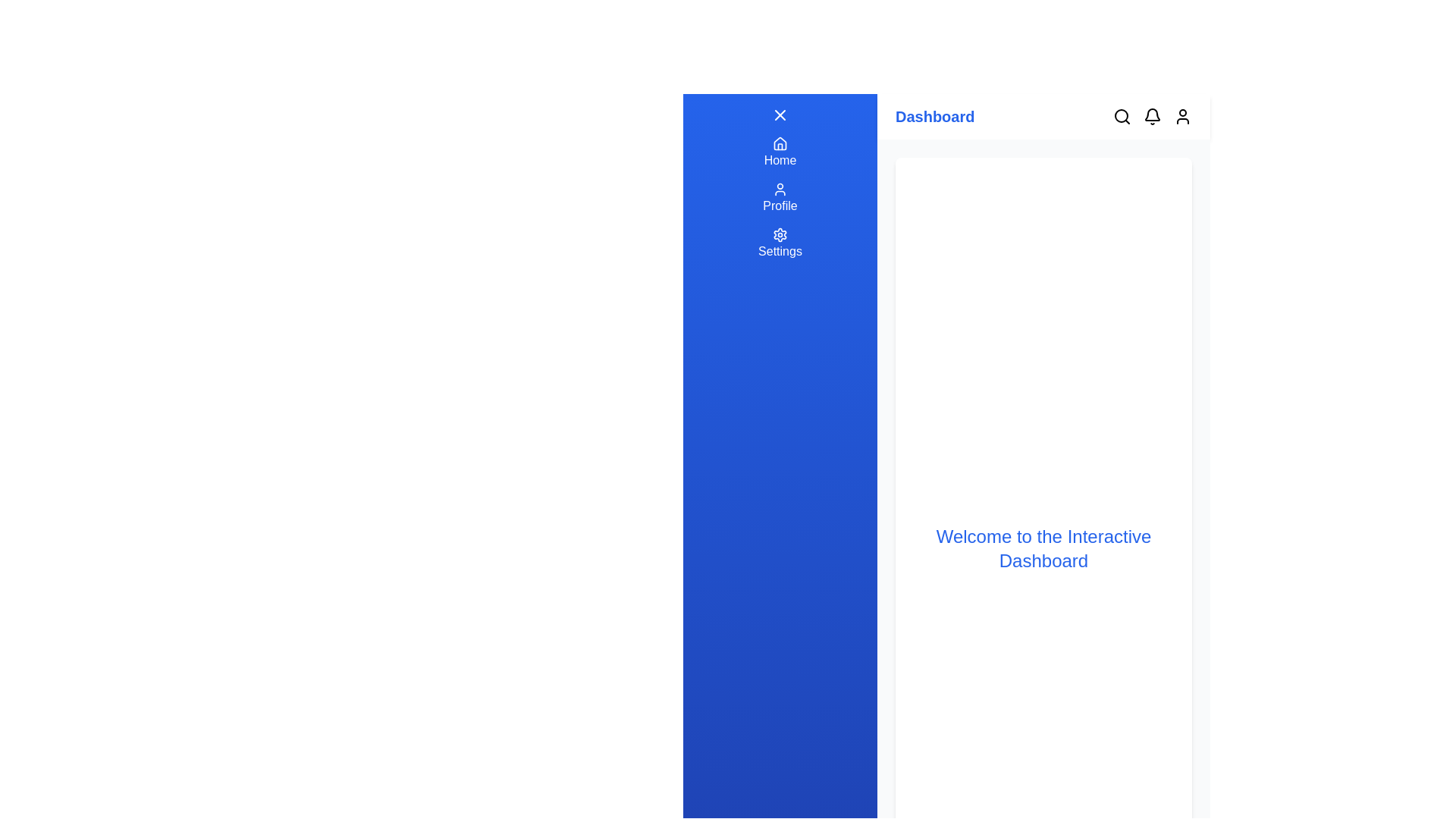 The image size is (1456, 819). What do you see at coordinates (1153, 116) in the screenshot?
I see `the bell-shaped notification icon` at bounding box center [1153, 116].